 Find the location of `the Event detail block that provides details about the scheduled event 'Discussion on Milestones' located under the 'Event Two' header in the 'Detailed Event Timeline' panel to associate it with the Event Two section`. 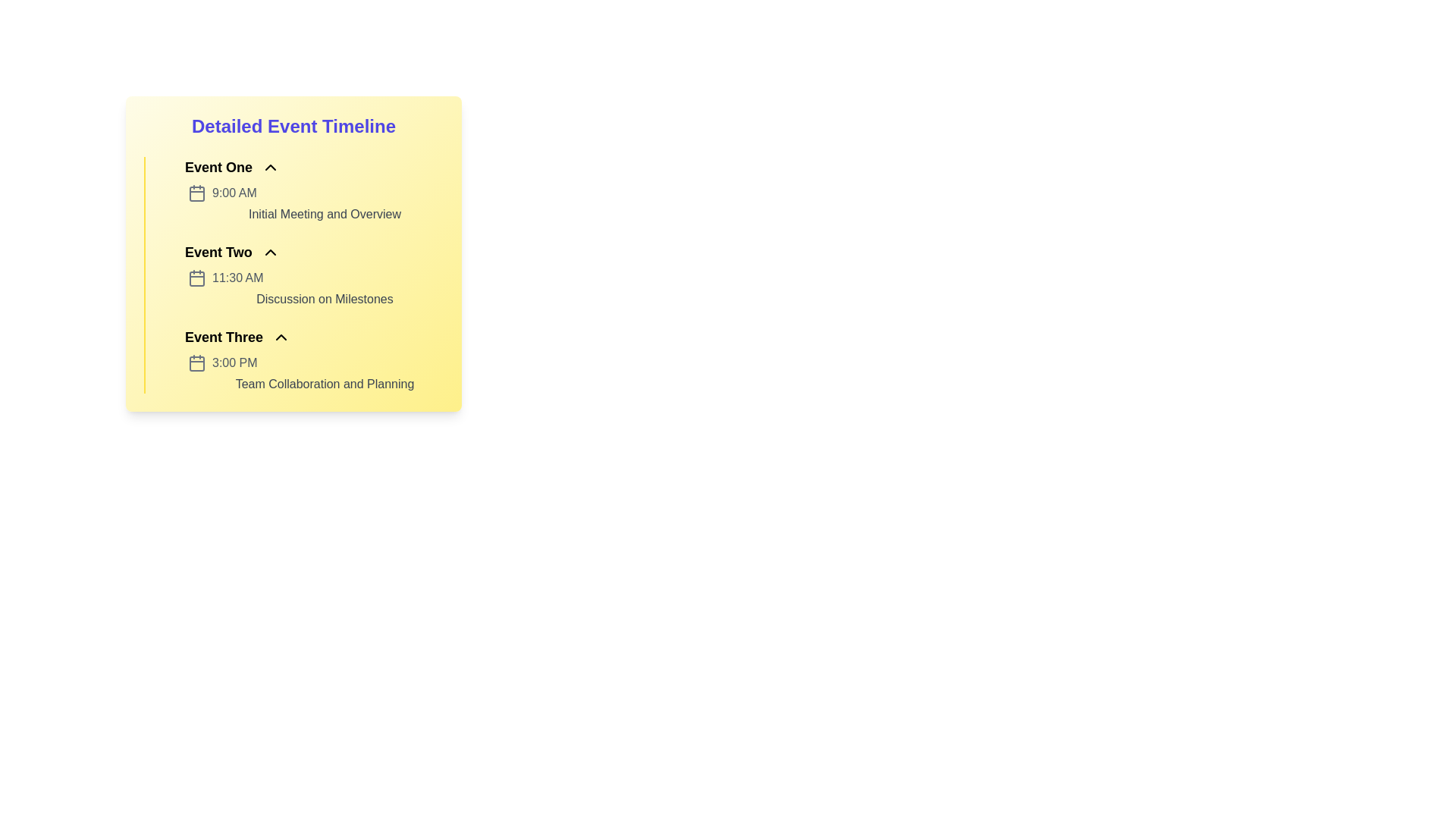

the Event detail block that provides details about the scheduled event 'Discussion on Milestones' located under the 'Event Two' header in the 'Detailed Event Timeline' panel to associate it with the Event Two section is located at coordinates (315, 289).